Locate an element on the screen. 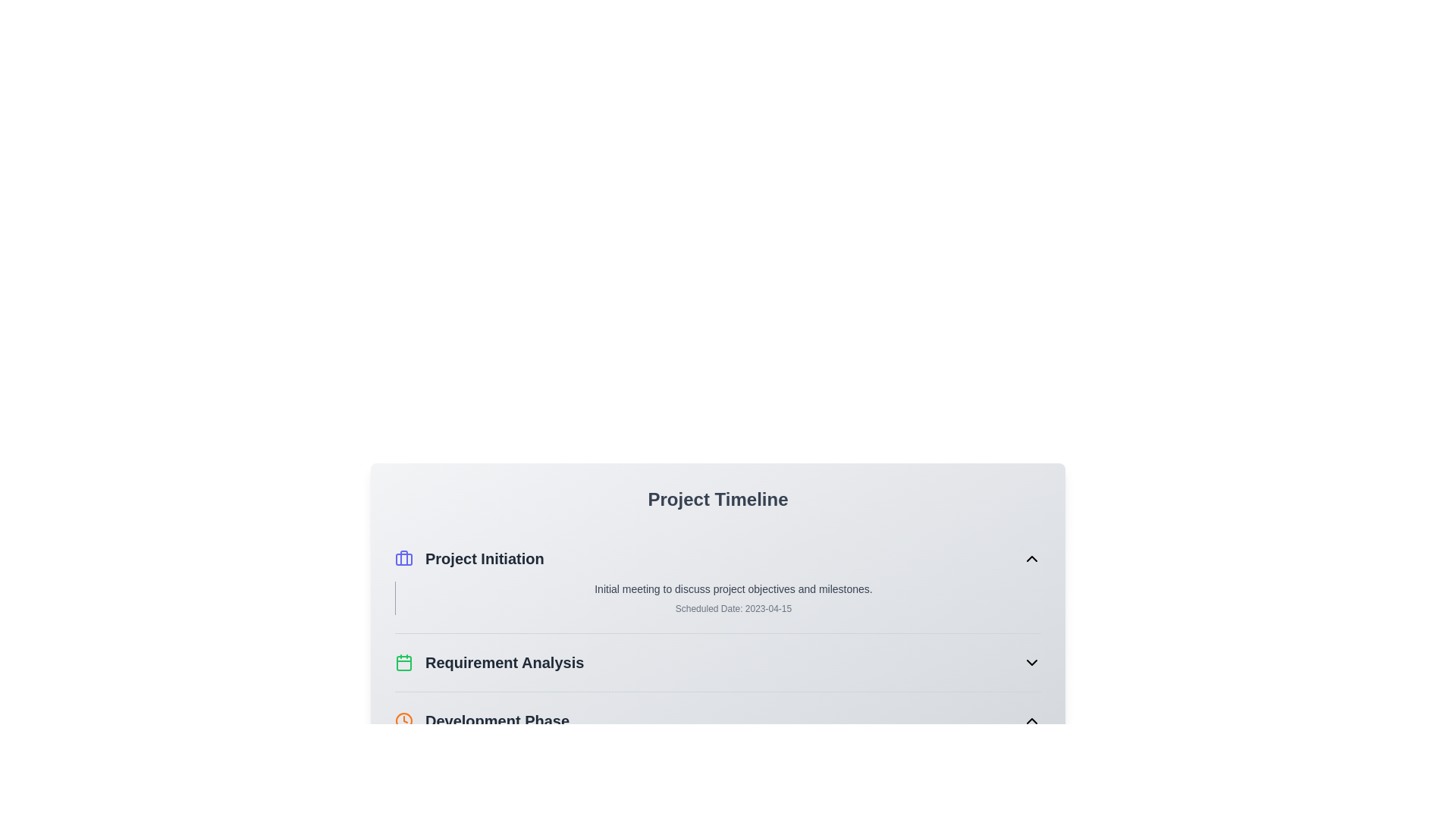 Image resolution: width=1456 pixels, height=819 pixels. the Text Label displaying 'Development Phase' located in the 'Project Timeline' section, positioned to the right of a clock icon is located at coordinates (497, 720).